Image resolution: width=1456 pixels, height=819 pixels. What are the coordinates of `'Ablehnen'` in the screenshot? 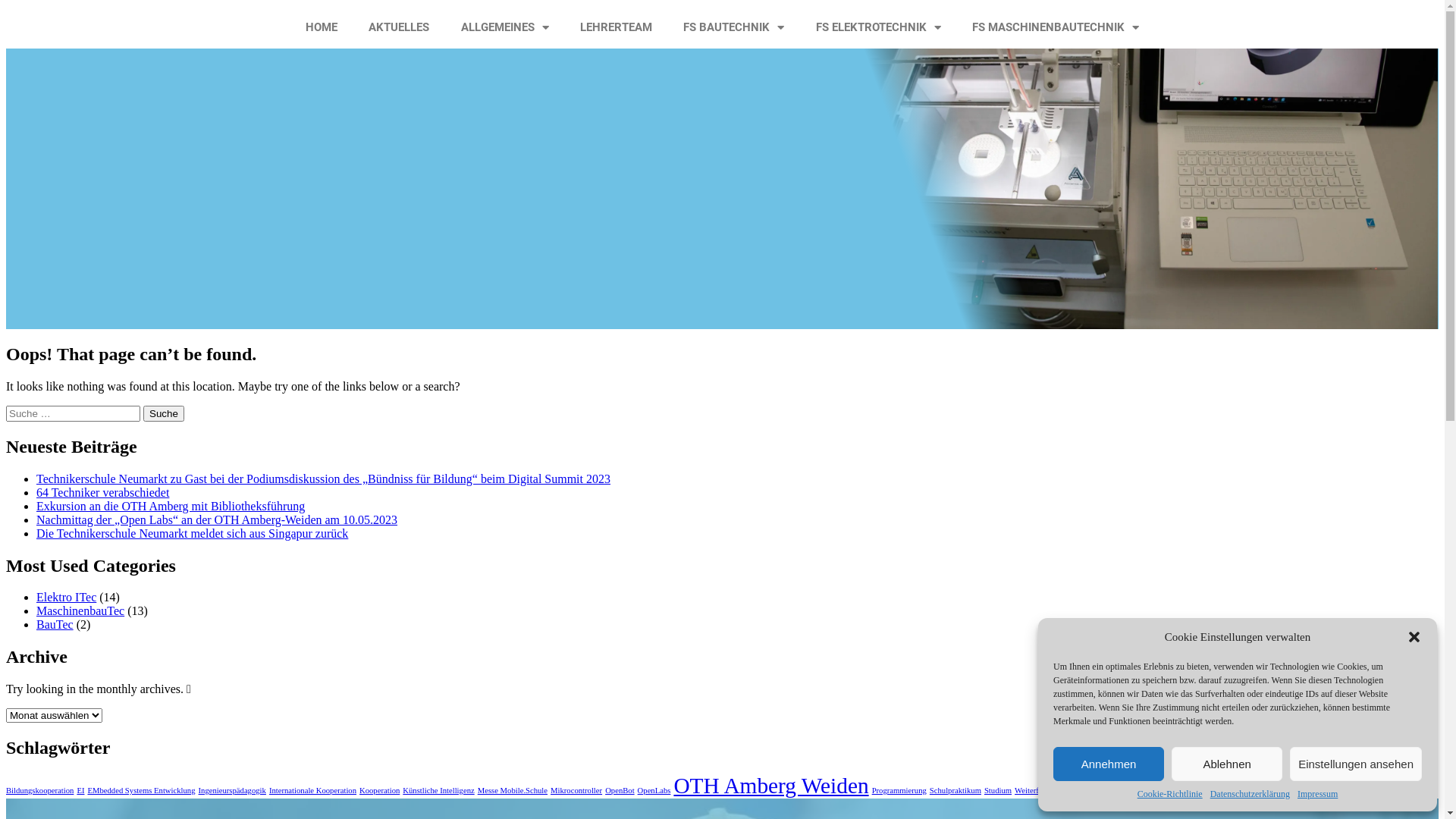 It's located at (1226, 764).